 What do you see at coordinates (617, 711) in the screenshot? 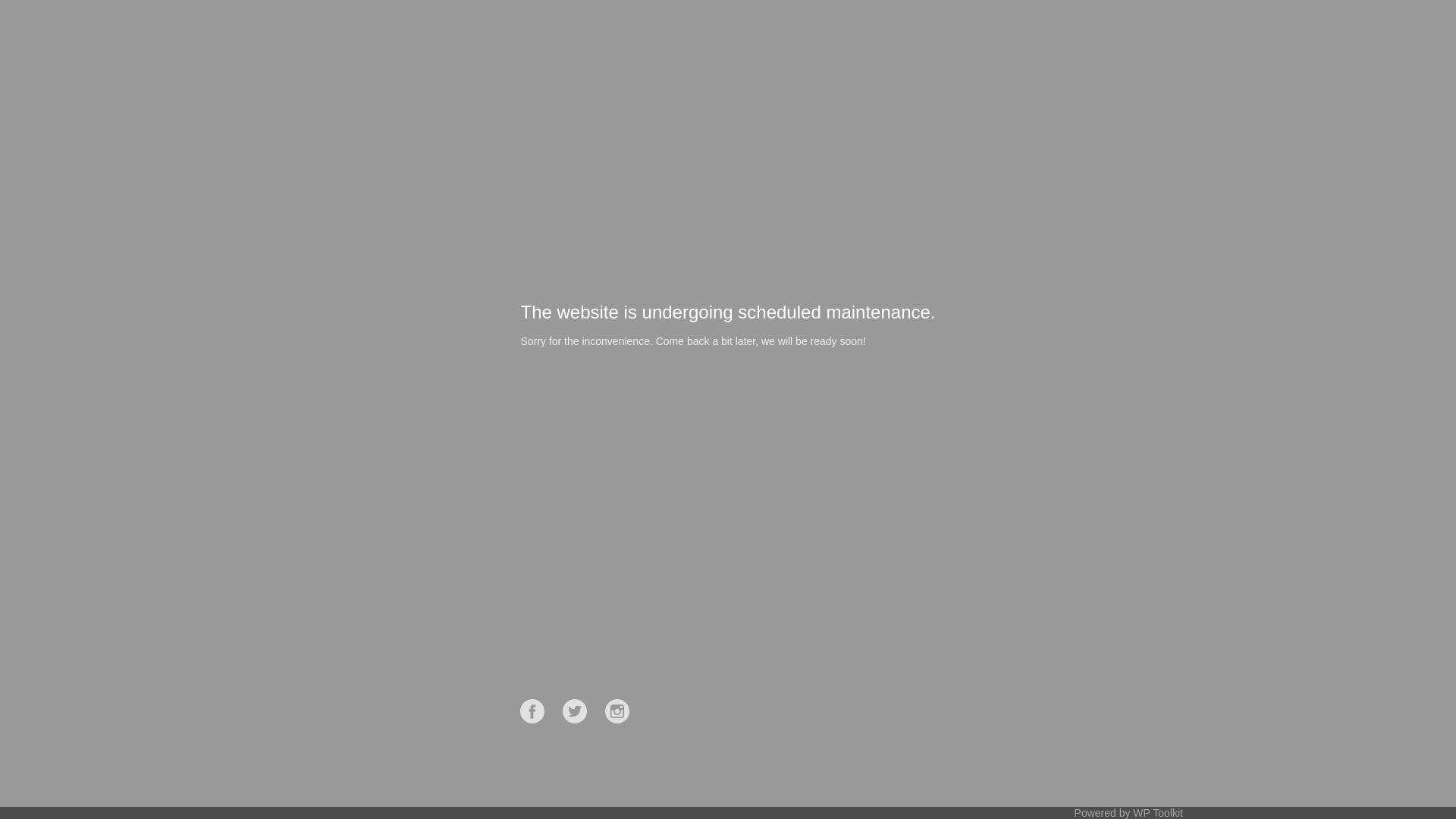
I see `'Instagram'` at bounding box center [617, 711].